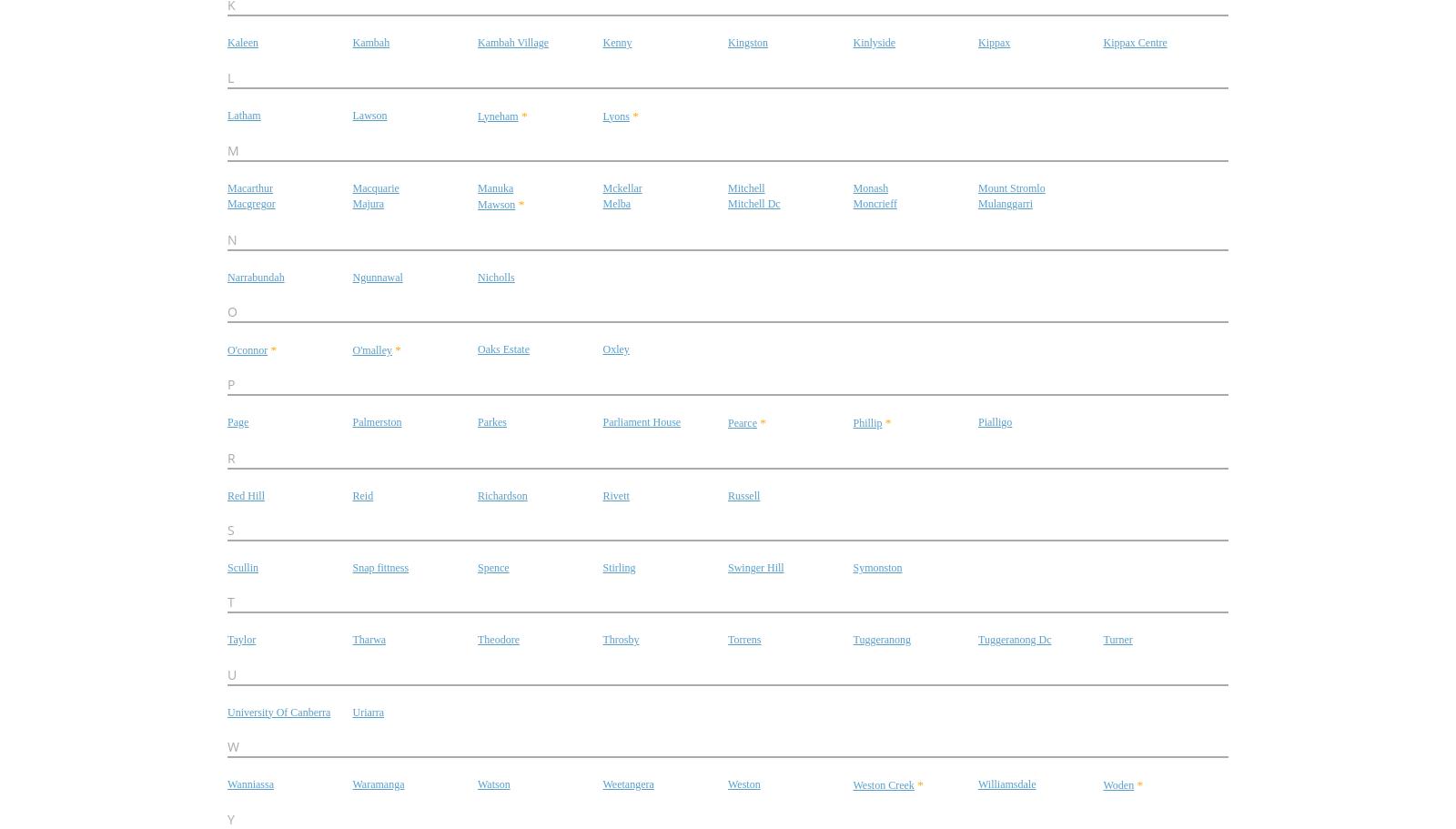  I want to click on 'Wanniassa', so click(250, 783).